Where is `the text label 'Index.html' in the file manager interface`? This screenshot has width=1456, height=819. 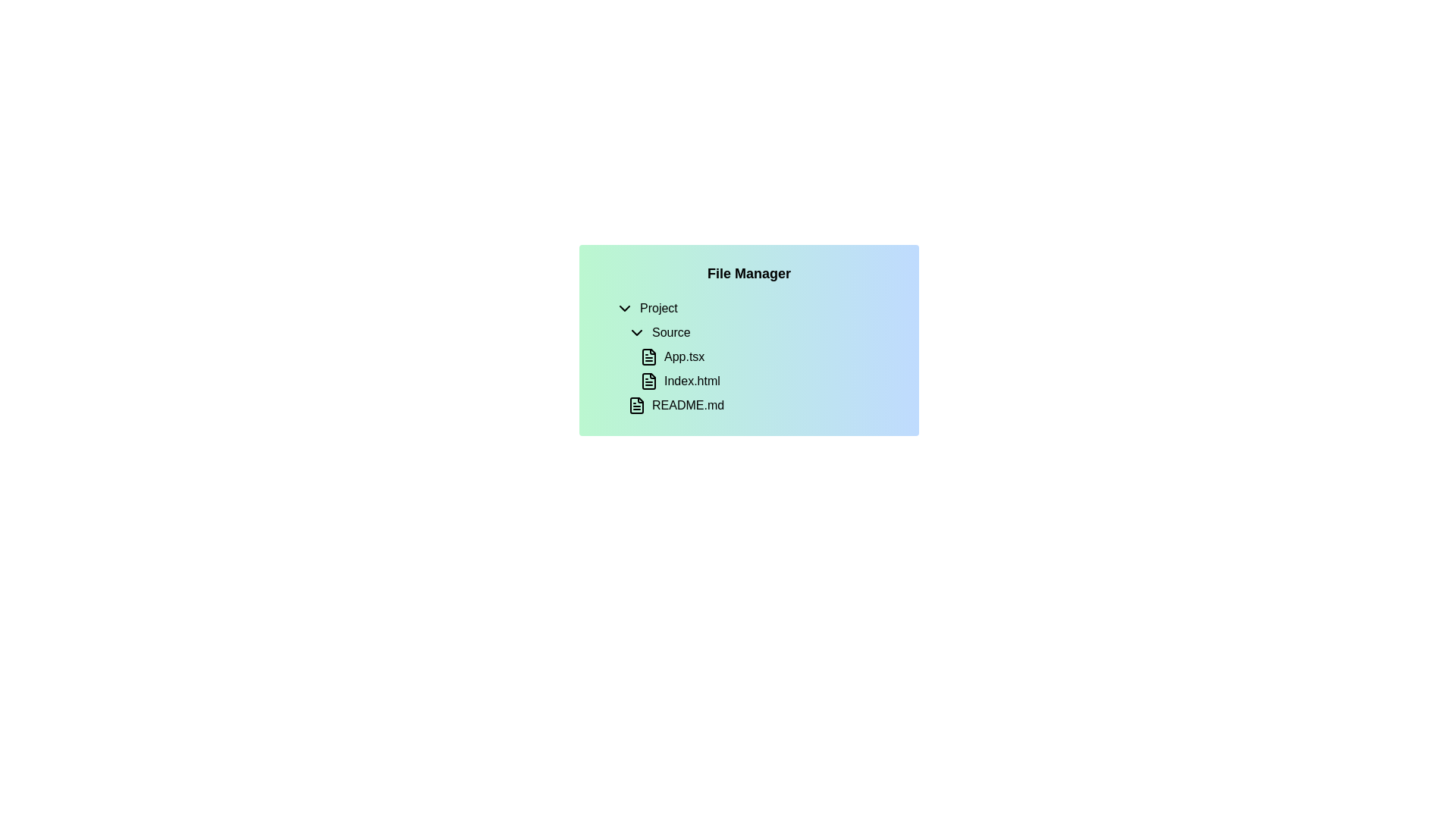 the text label 'Index.html' in the file manager interface is located at coordinates (691, 380).